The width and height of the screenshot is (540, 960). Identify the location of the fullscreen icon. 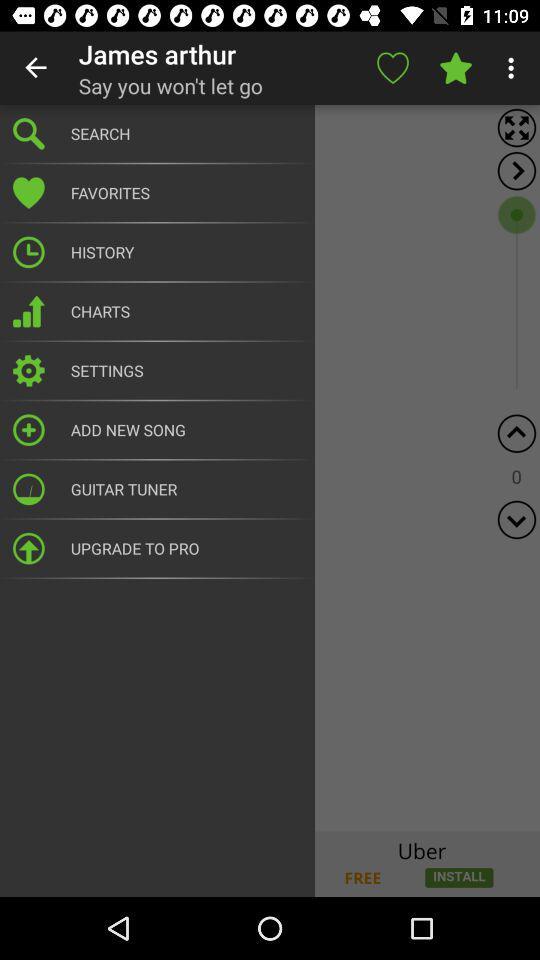
(516, 127).